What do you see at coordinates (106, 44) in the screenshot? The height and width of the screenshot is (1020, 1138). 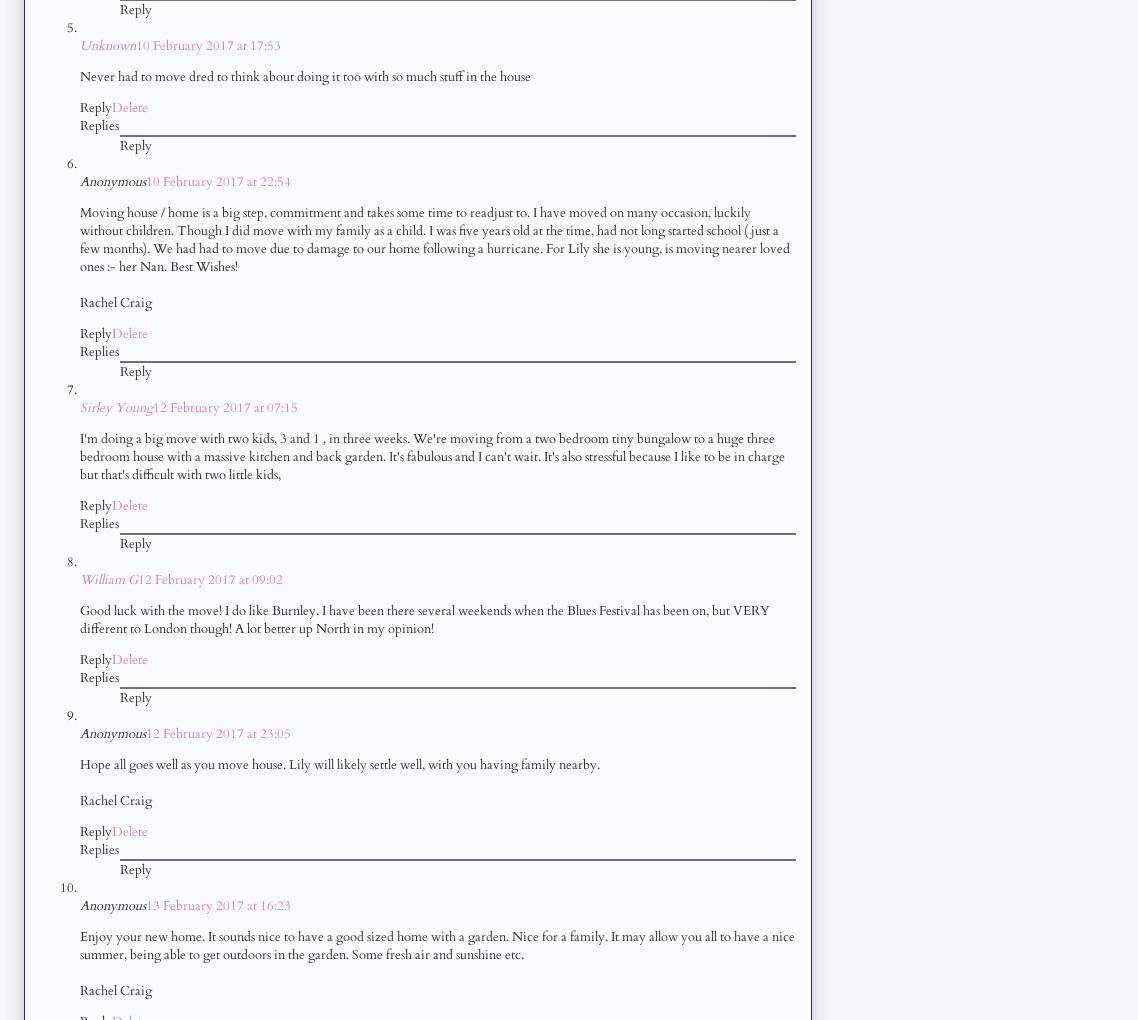 I see `'Unknown'` at bounding box center [106, 44].